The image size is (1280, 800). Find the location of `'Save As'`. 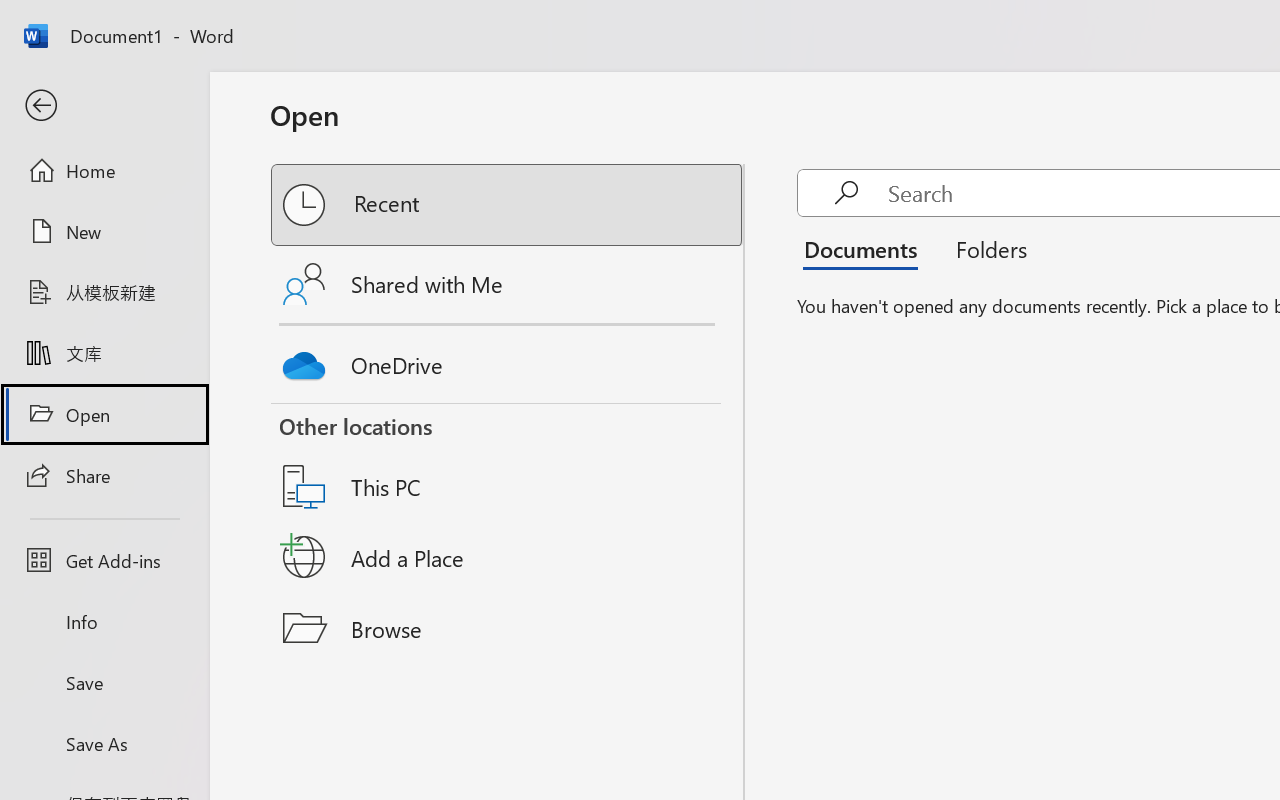

'Save As' is located at coordinates (103, 743).